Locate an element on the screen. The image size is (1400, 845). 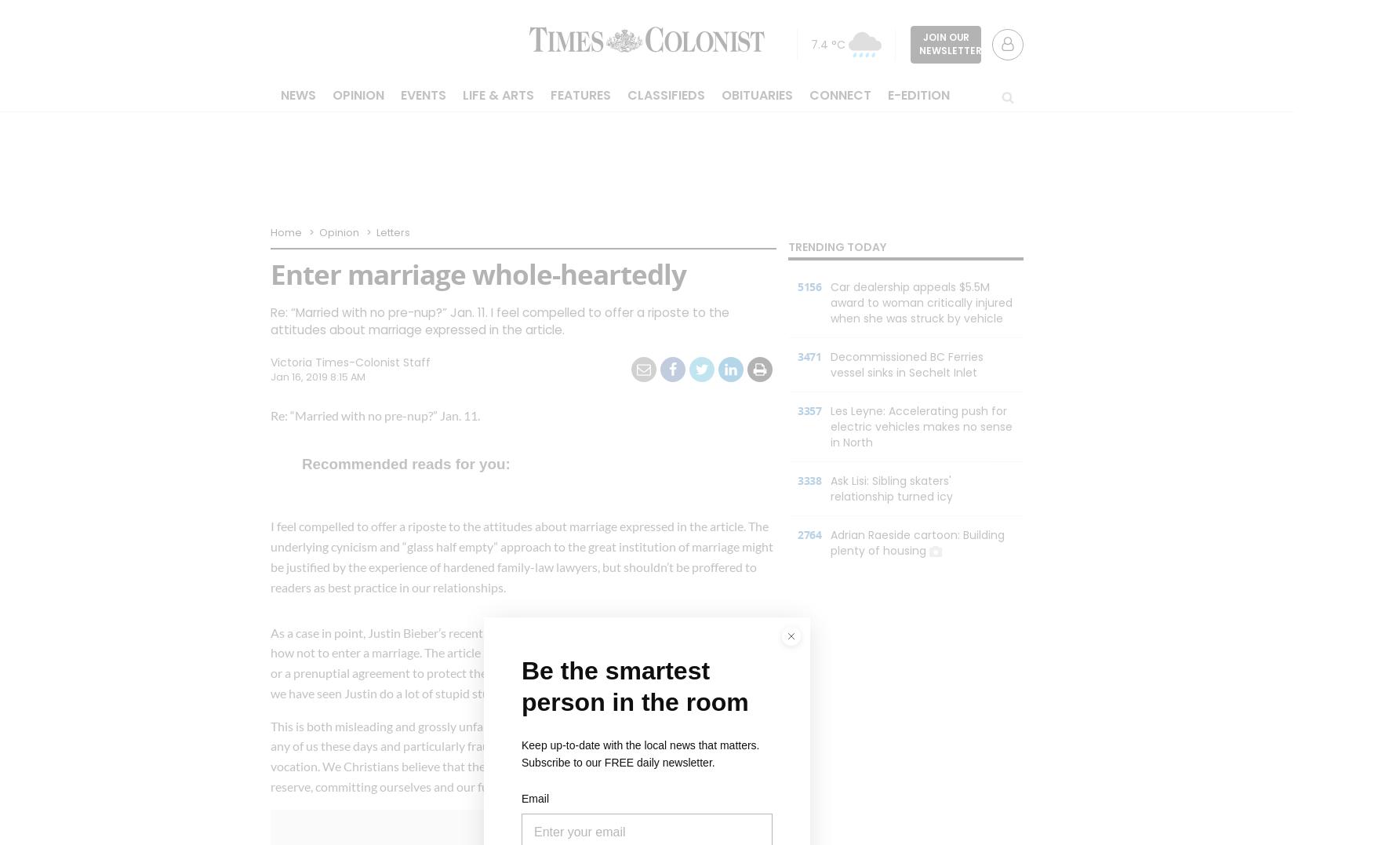
'Jan 16, 2019 8:15 AM' is located at coordinates (317, 377).